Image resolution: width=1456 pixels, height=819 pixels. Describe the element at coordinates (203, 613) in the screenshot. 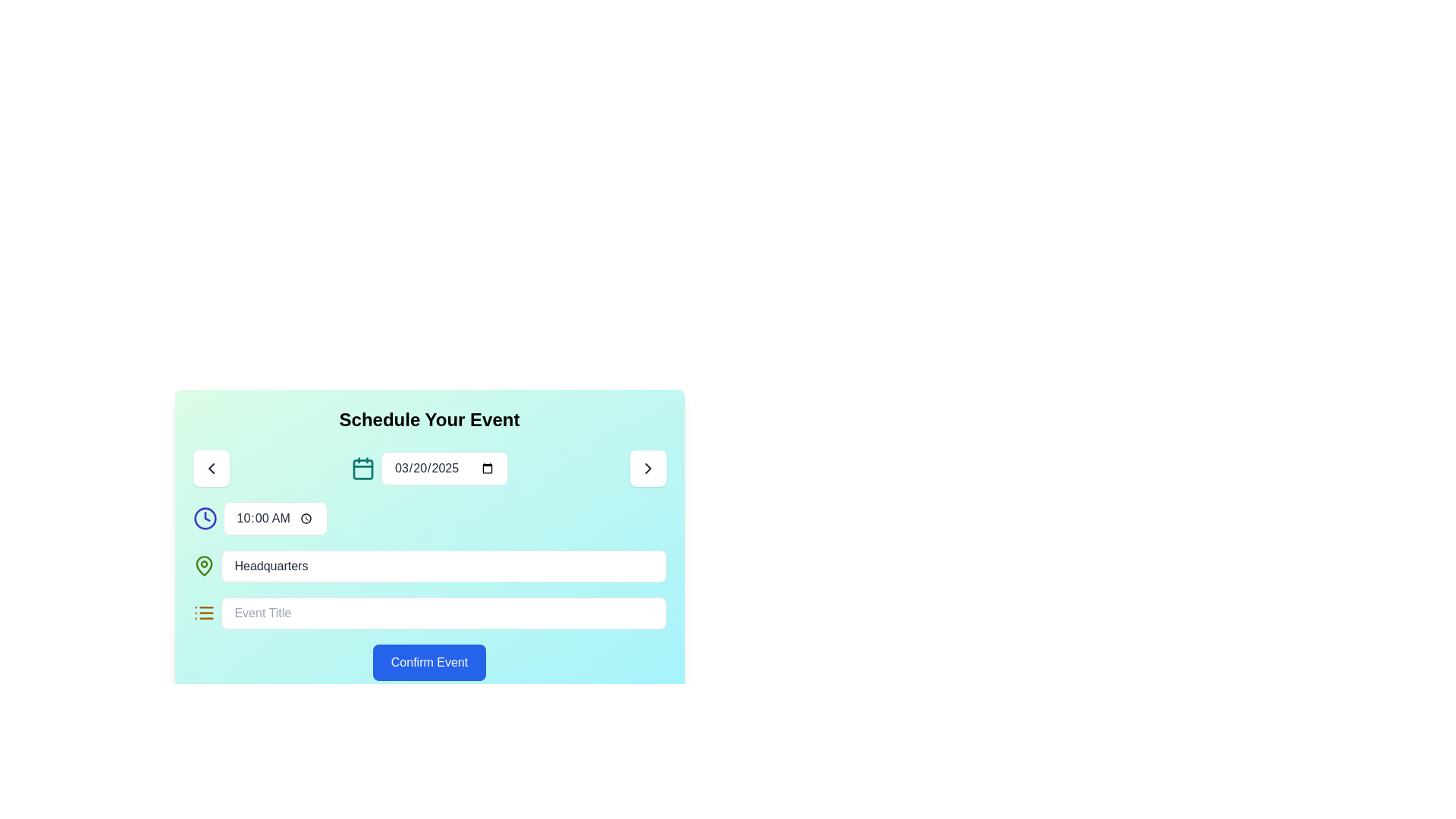

I see `the yellow list icon consisting of three horizontal lines, positioned to the left of the 'Event Title' input field` at that location.